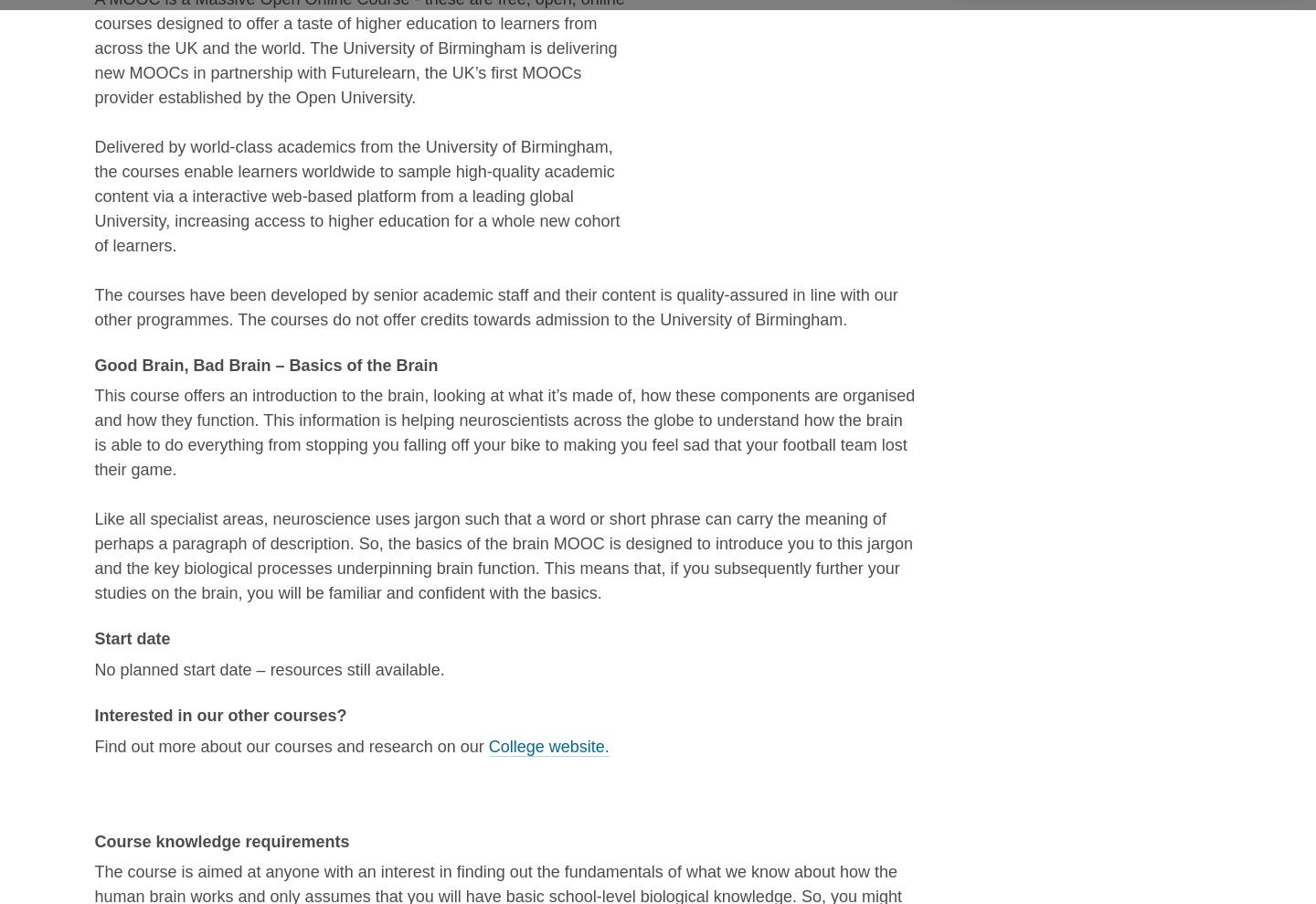 Image resolution: width=1316 pixels, height=904 pixels. What do you see at coordinates (93, 305) in the screenshot?
I see `'The courses have been developed by senior academic staff and their content is quality-assured in line with our other programmes. The courses do not offer credits towards admission to the University of Birmingham.'` at bounding box center [93, 305].